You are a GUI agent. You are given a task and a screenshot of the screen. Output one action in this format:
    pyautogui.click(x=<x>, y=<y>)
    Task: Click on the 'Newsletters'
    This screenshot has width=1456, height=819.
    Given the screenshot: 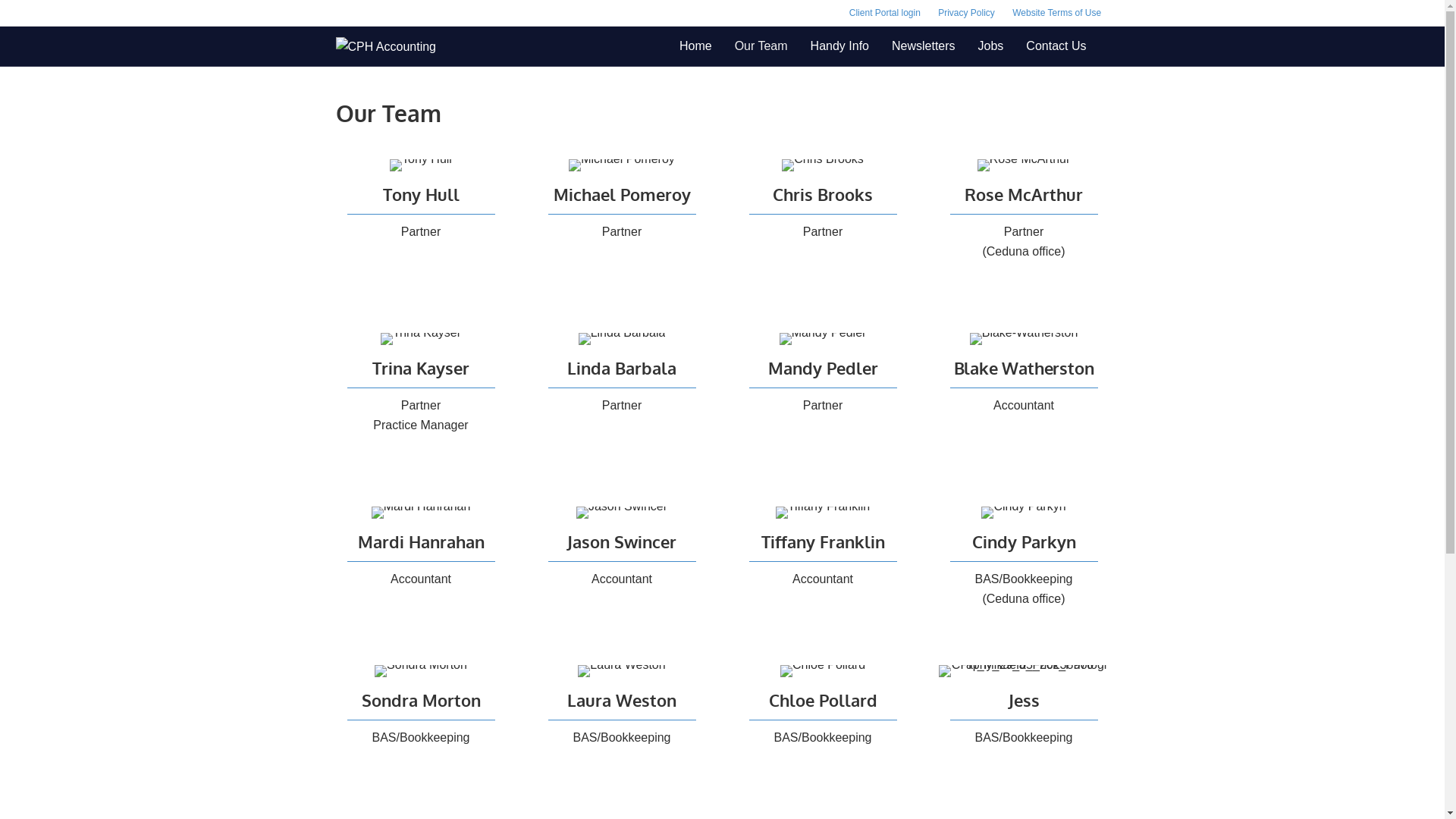 What is the action you would take?
    pyautogui.click(x=923, y=45)
    